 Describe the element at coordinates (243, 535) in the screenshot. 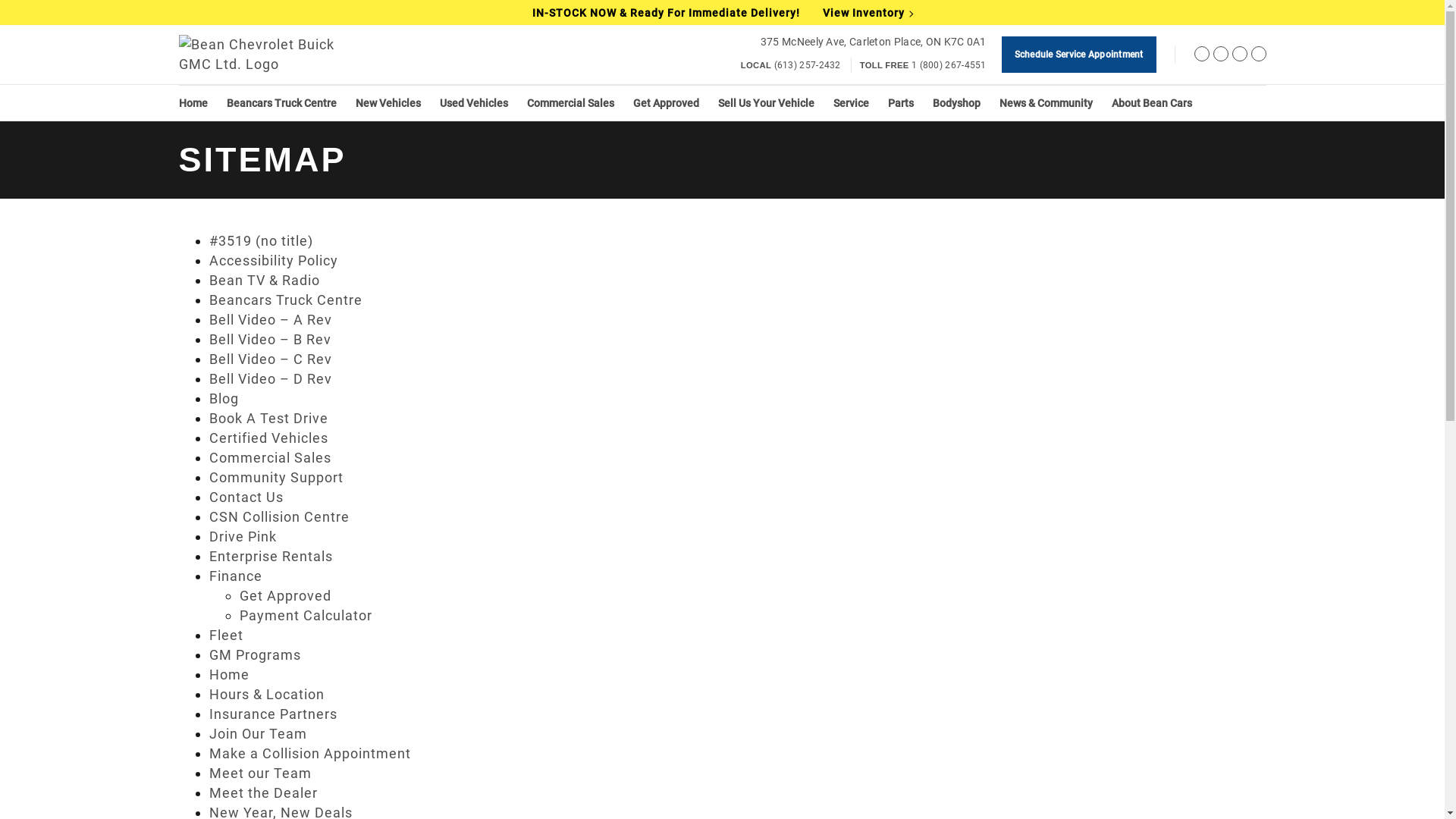

I see `'Drive Pink'` at that location.